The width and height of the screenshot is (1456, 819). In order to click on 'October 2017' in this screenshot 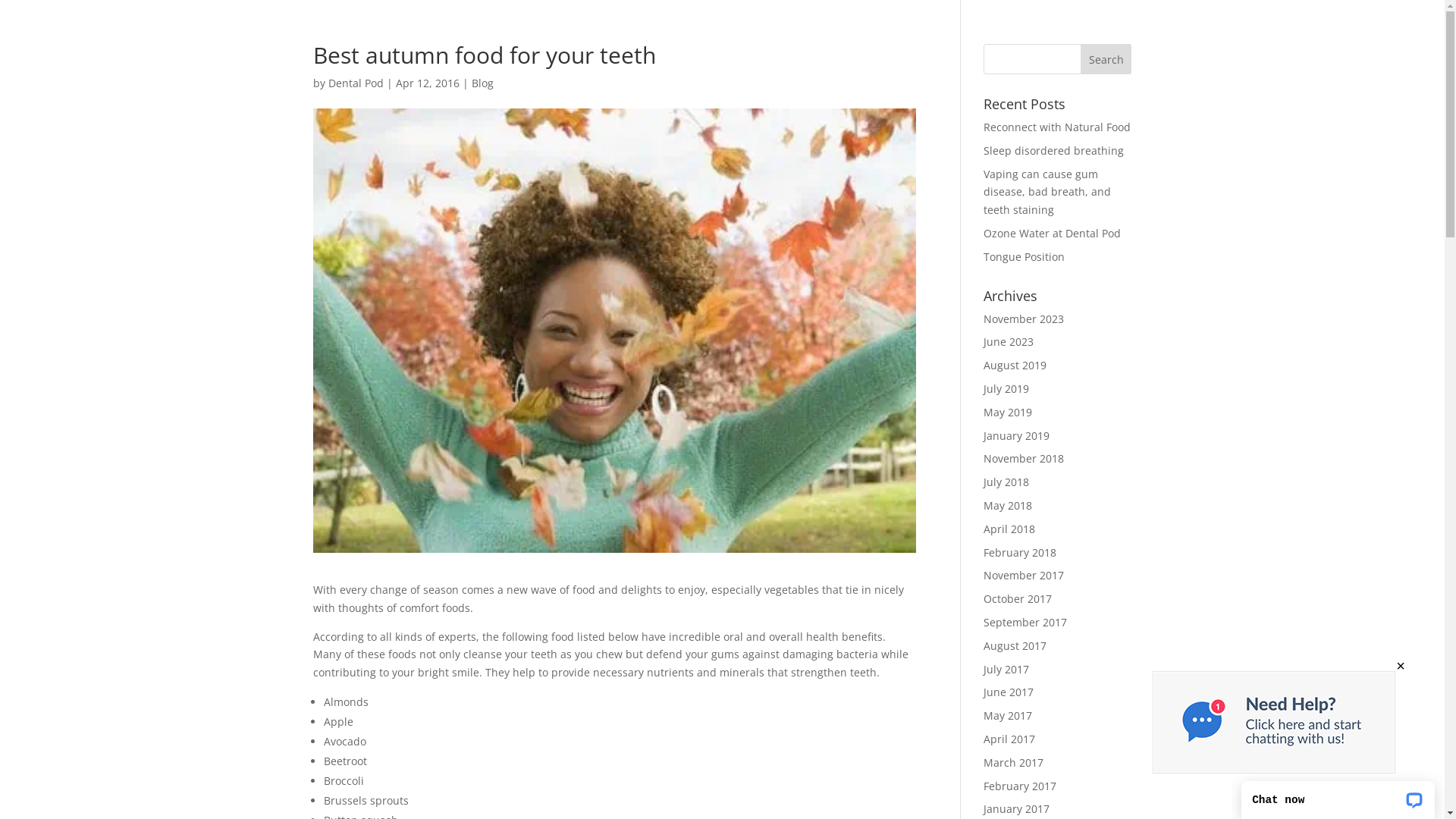, I will do `click(1018, 598)`.